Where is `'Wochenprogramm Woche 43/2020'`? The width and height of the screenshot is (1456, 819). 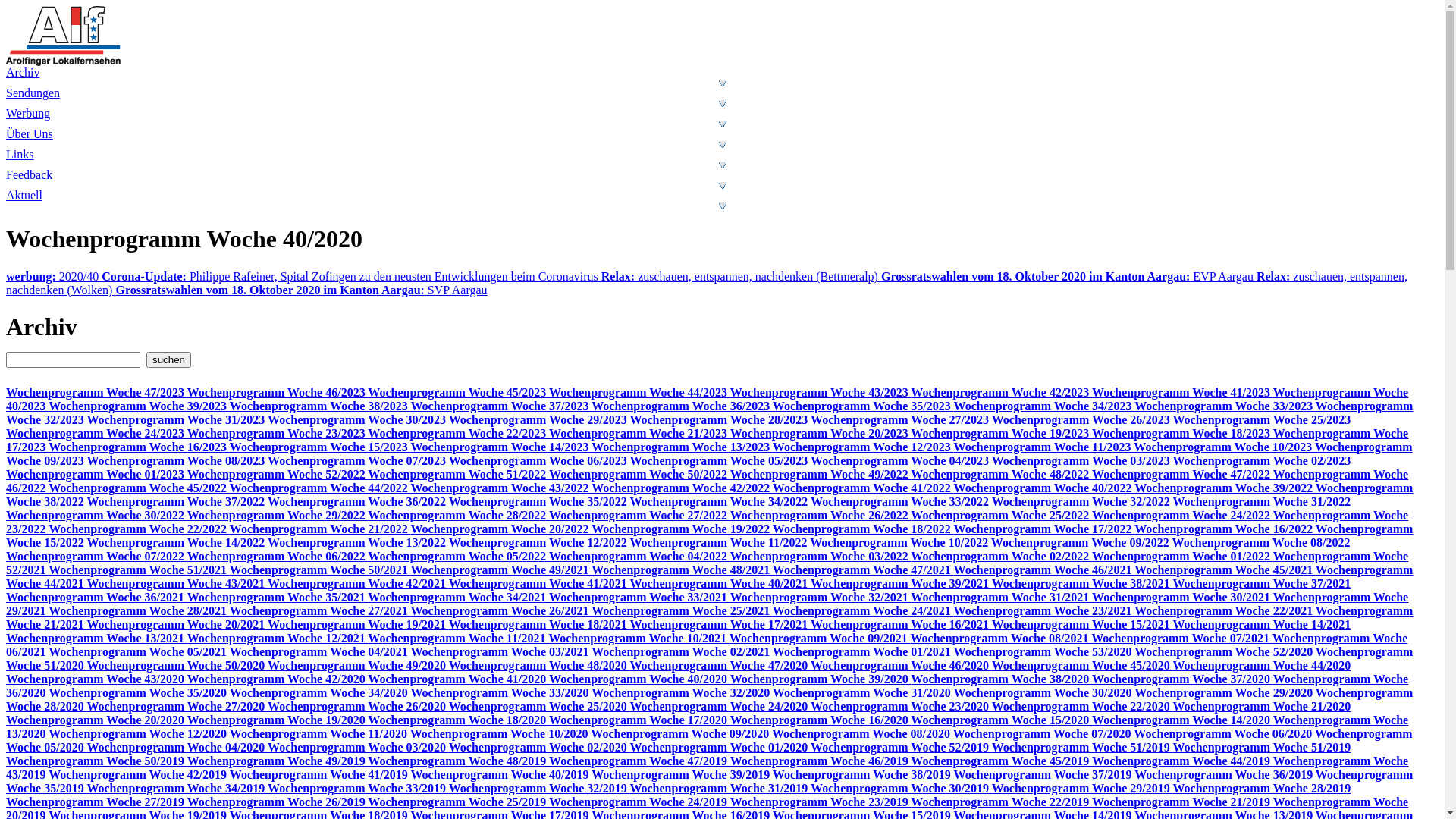 'Wochenprogramm Woche 43/2020' is located at coordinates (96, 678).